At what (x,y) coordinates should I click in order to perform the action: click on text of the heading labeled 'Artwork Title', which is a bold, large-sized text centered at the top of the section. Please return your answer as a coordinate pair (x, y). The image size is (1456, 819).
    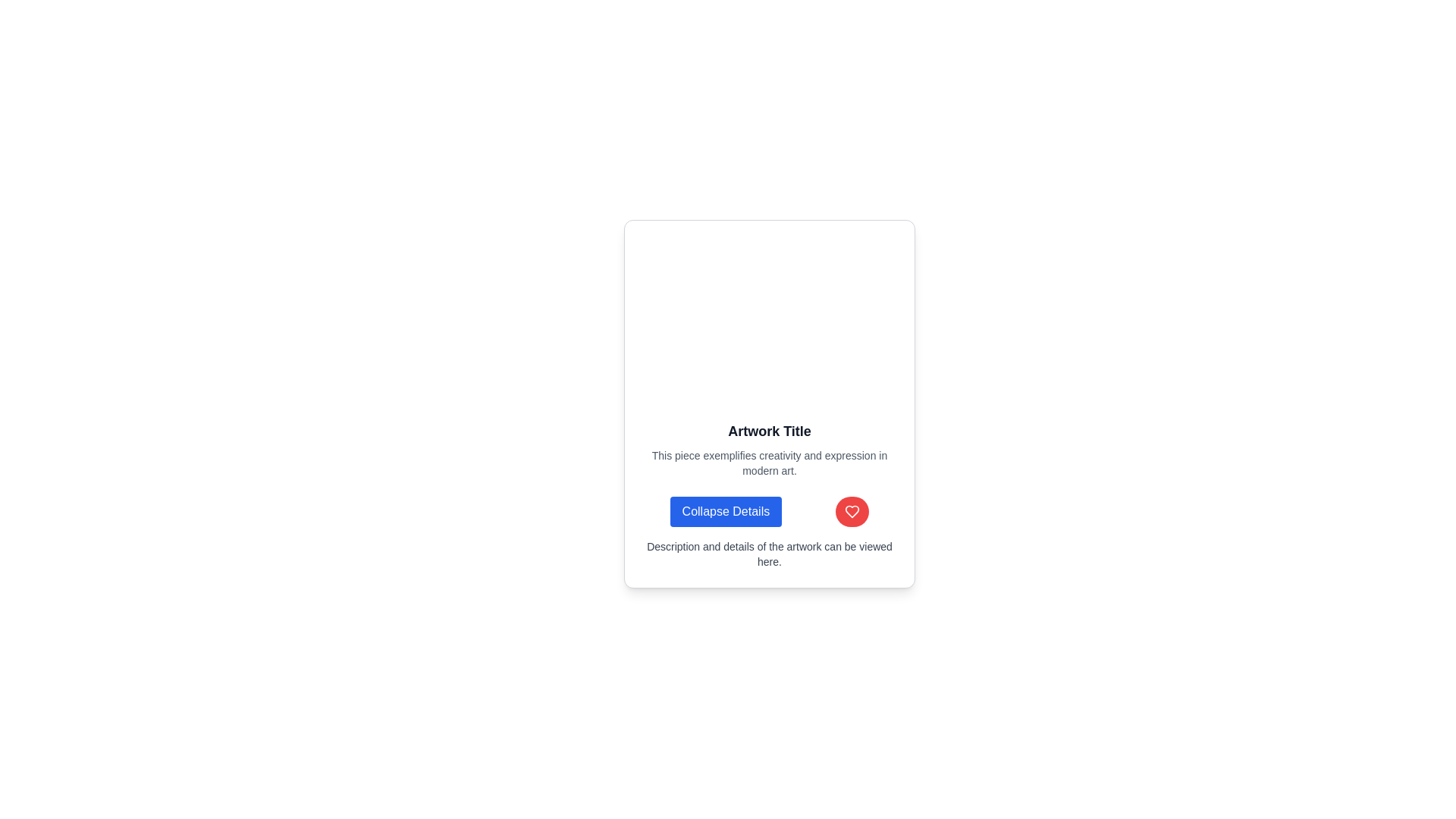
    Looking at the image, I should click on (769, 431).